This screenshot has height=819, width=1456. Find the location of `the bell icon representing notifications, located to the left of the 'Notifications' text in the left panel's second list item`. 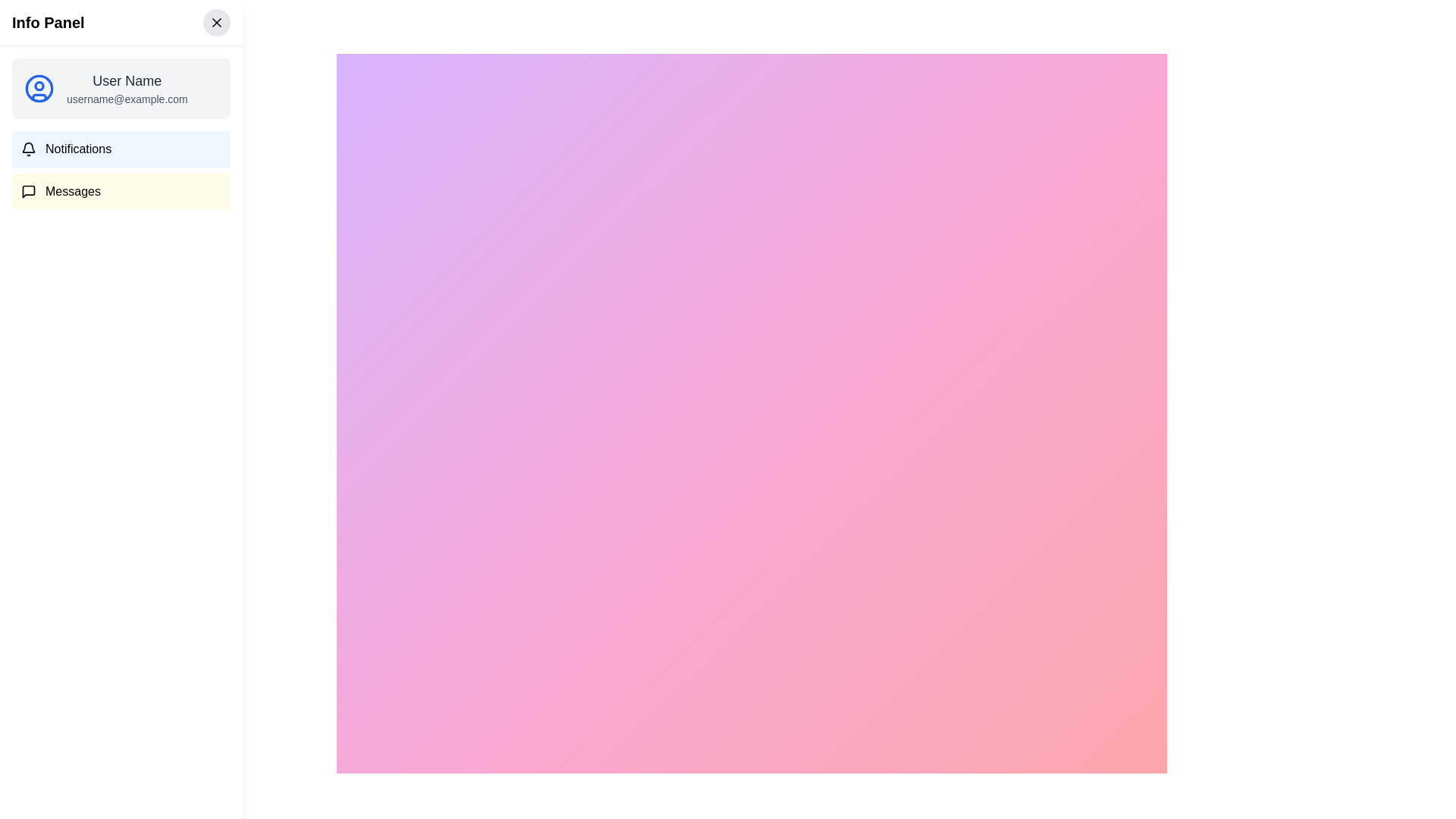

the bell icon representing notifications, located to the left of the 'Notifications' text in the left panel's second list item is located at coordinates (29, 149).